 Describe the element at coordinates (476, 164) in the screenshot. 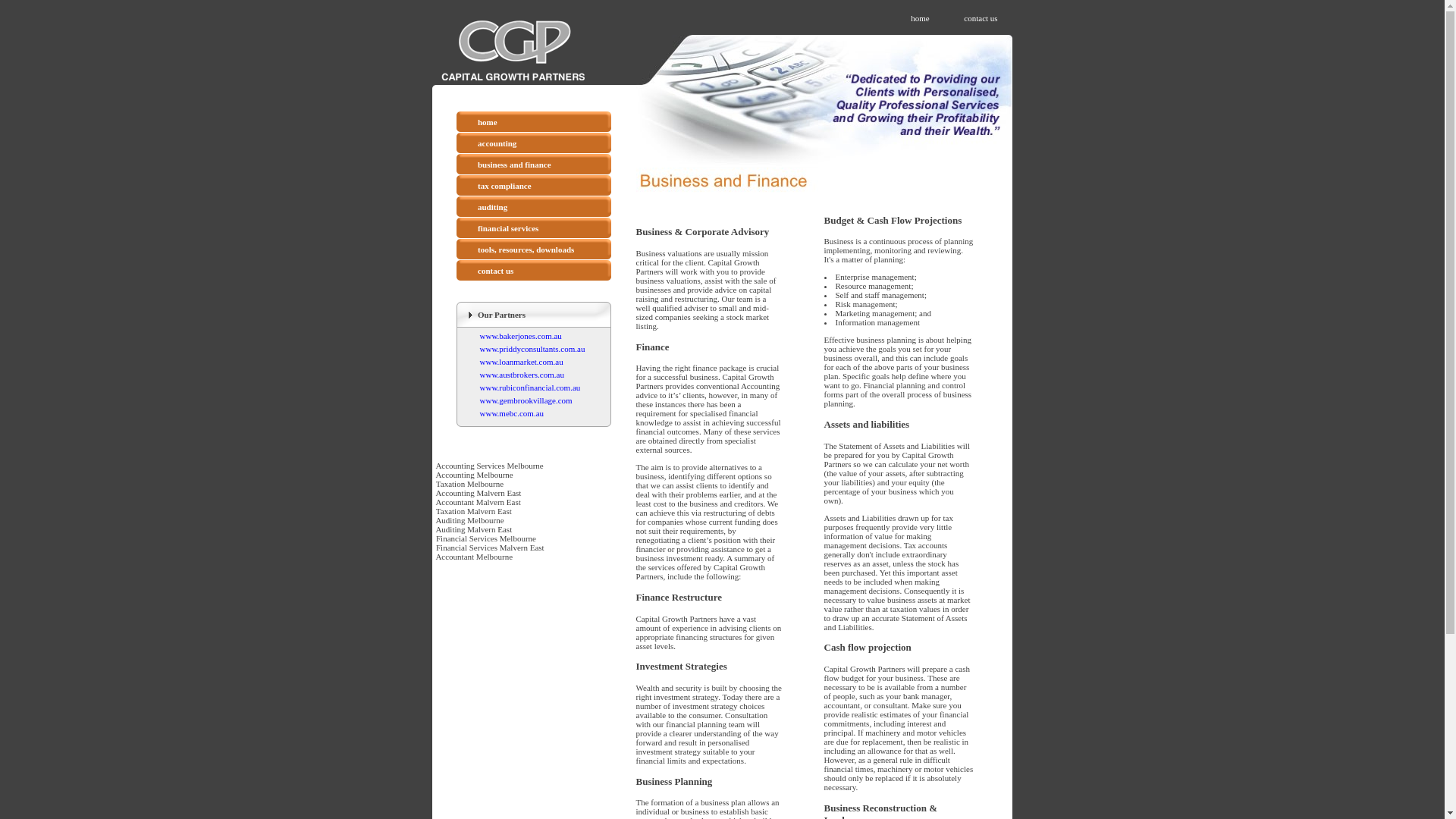

I see `'business and finance'` at that location.